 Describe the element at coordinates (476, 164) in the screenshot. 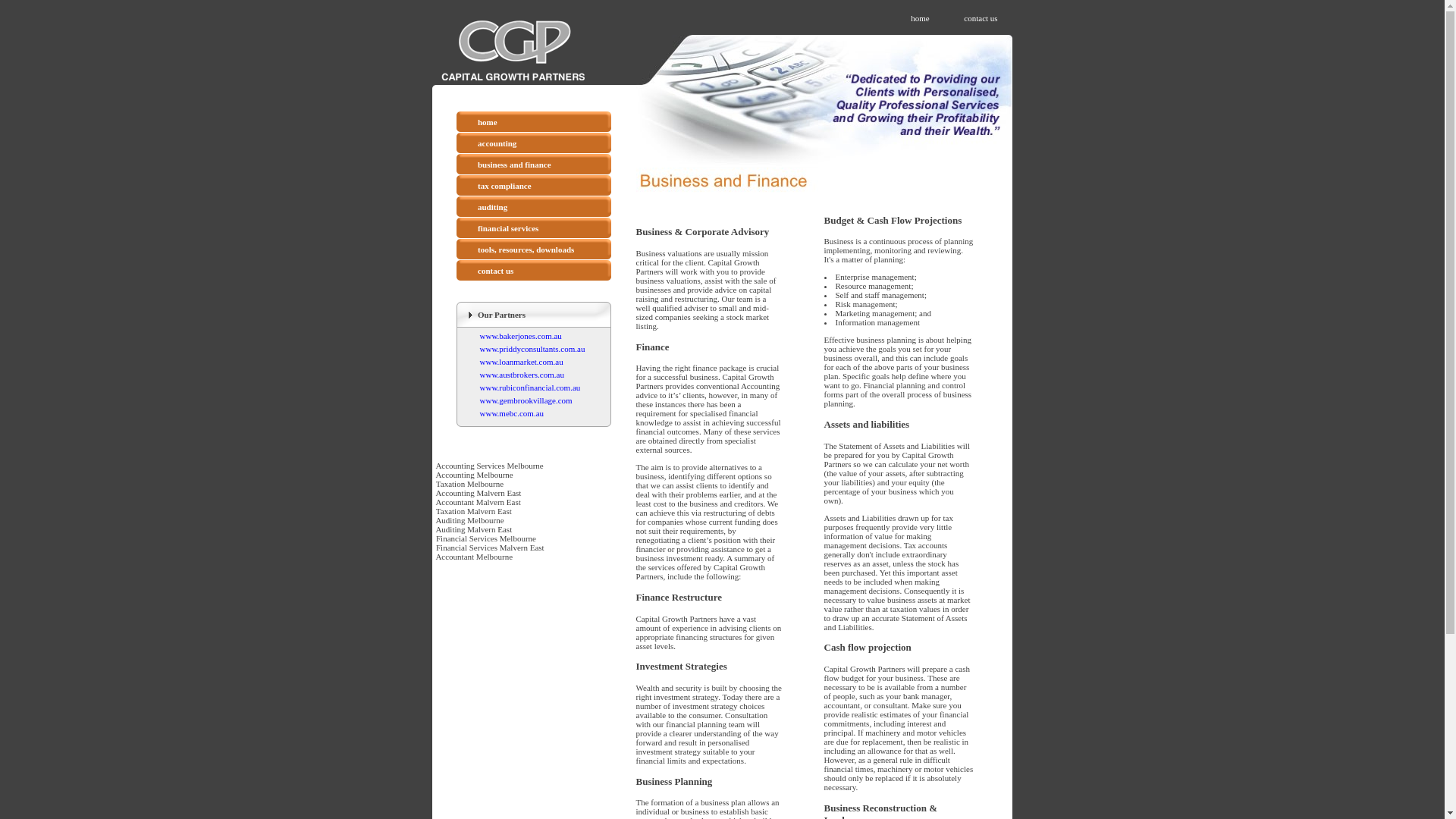

I see `'business and finance'` at that location.